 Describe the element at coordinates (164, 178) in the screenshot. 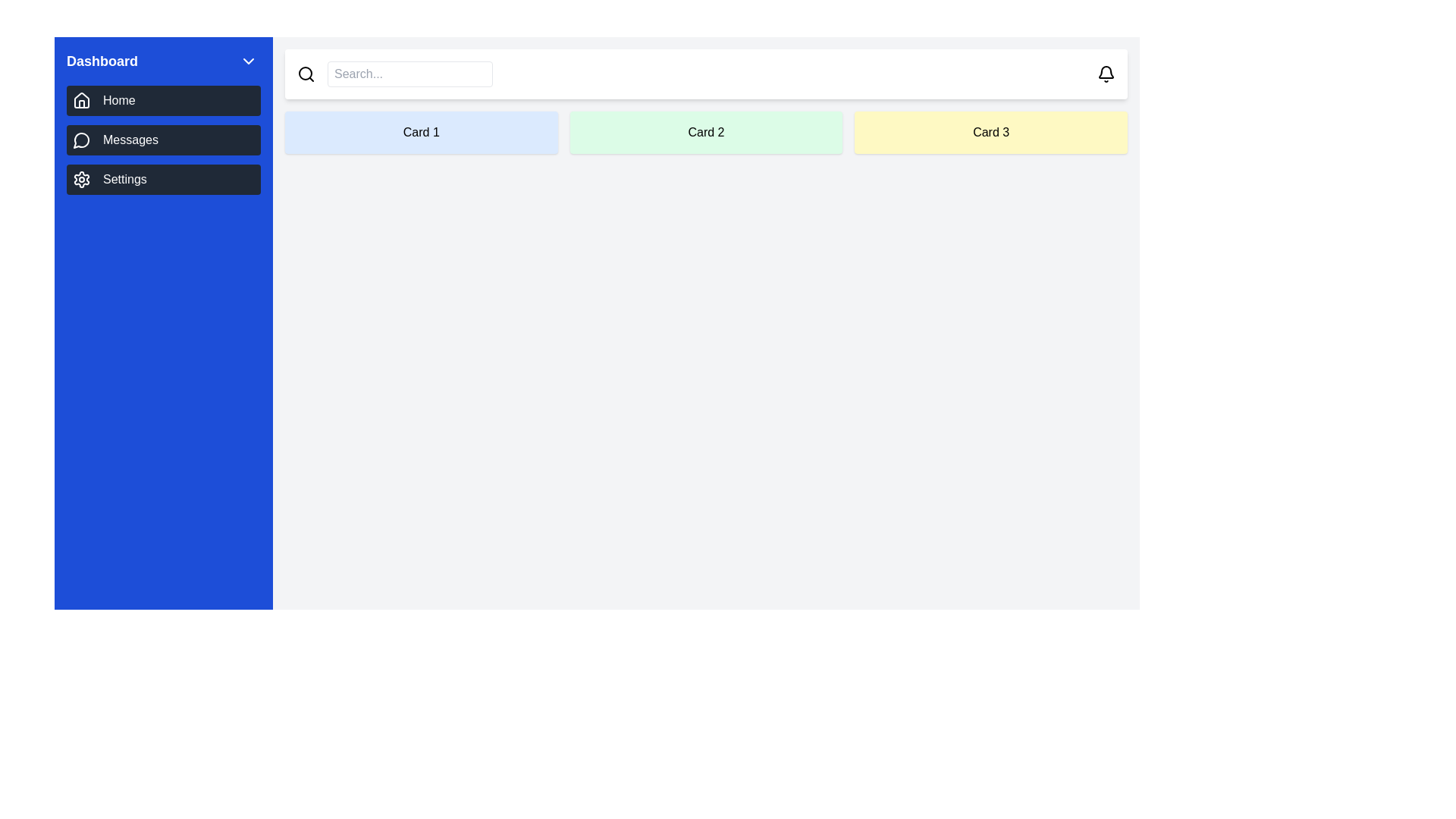

I see `'Settings' button, which is a rectangular component with a dark gray background and white text, using developer tools` at that location.